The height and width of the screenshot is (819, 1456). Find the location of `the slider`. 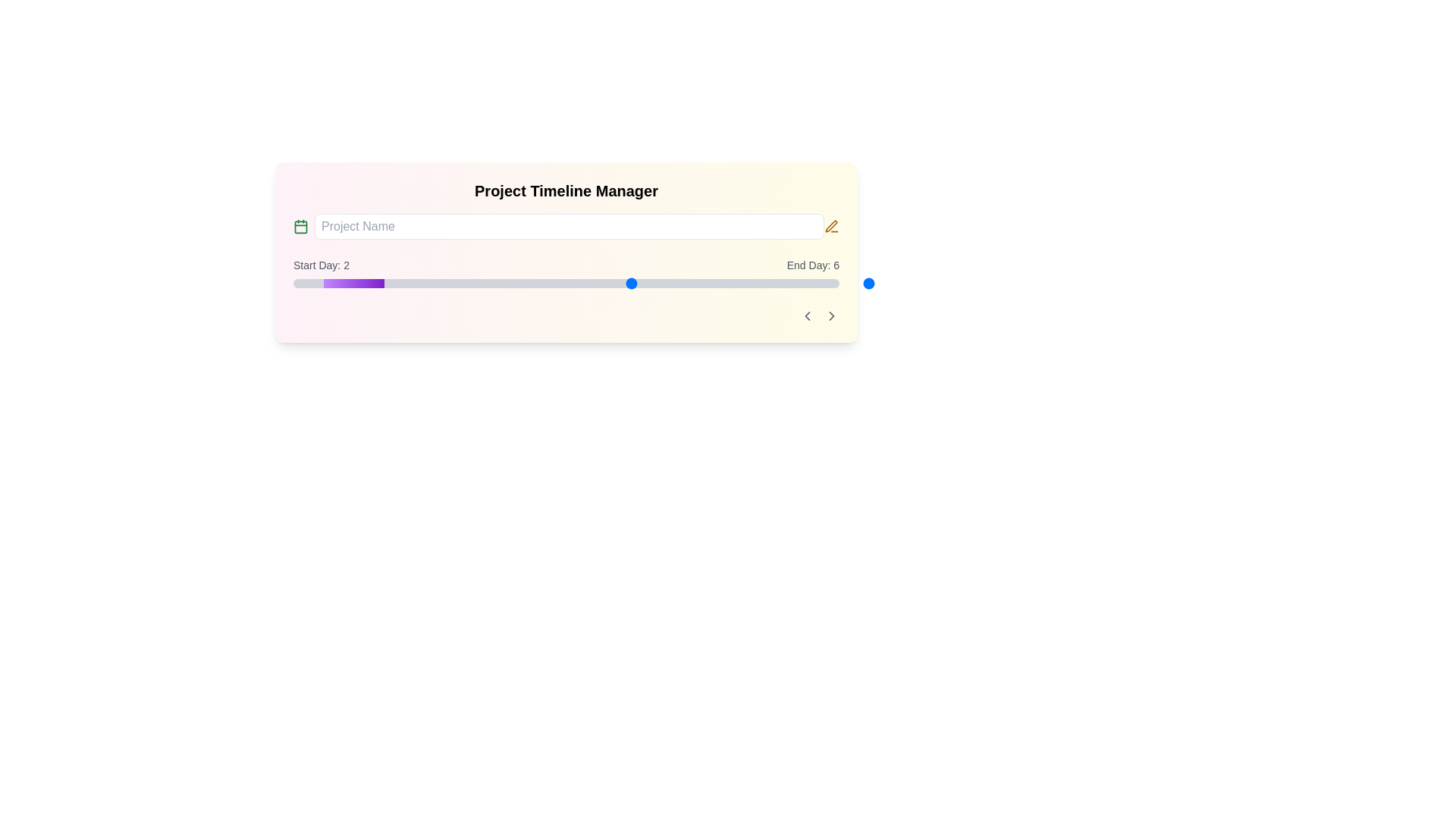

the slider is located at coordinates (566, 284).